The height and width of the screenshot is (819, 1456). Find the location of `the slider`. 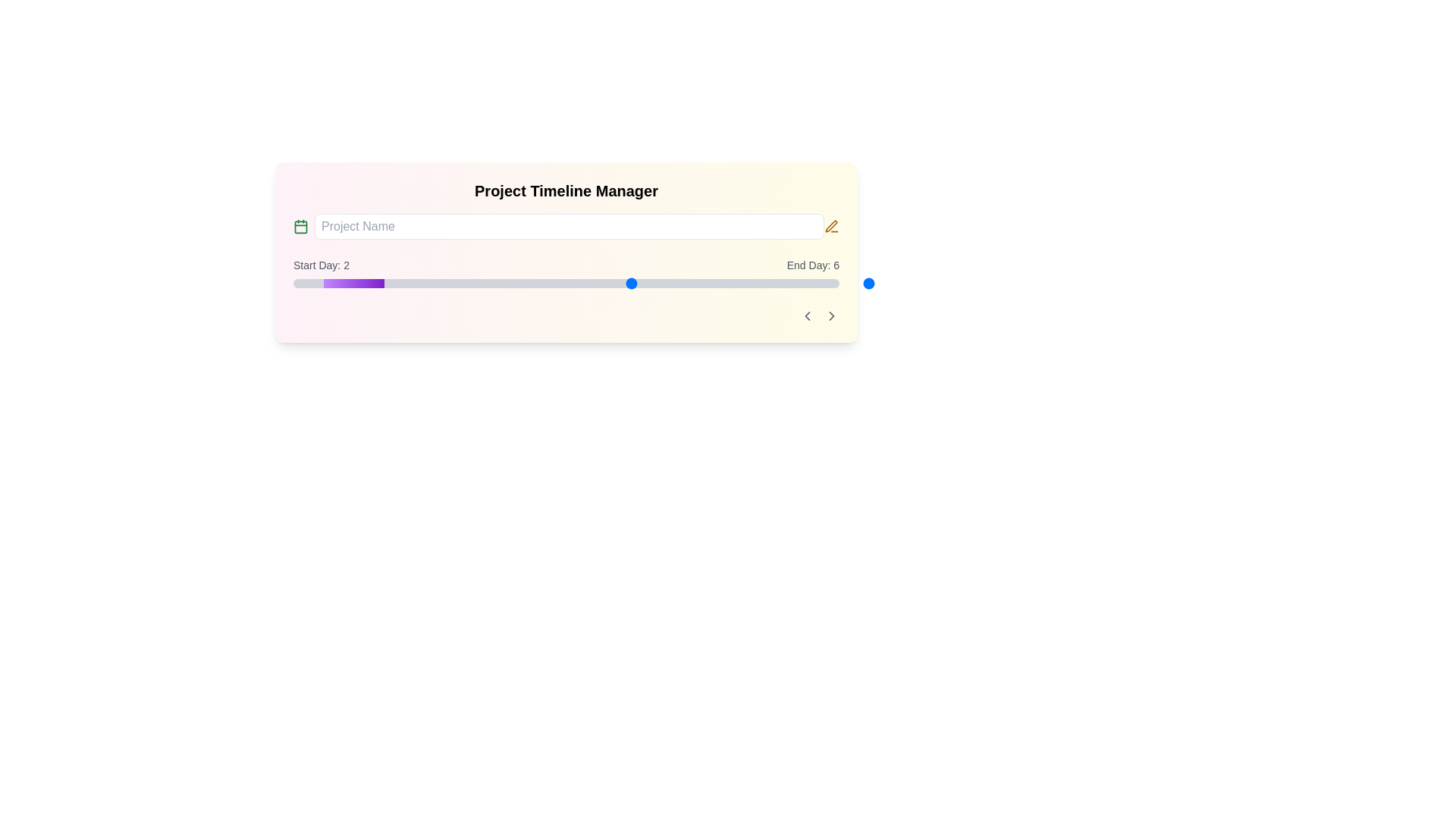

the slider is located at coordinates (566, 284).